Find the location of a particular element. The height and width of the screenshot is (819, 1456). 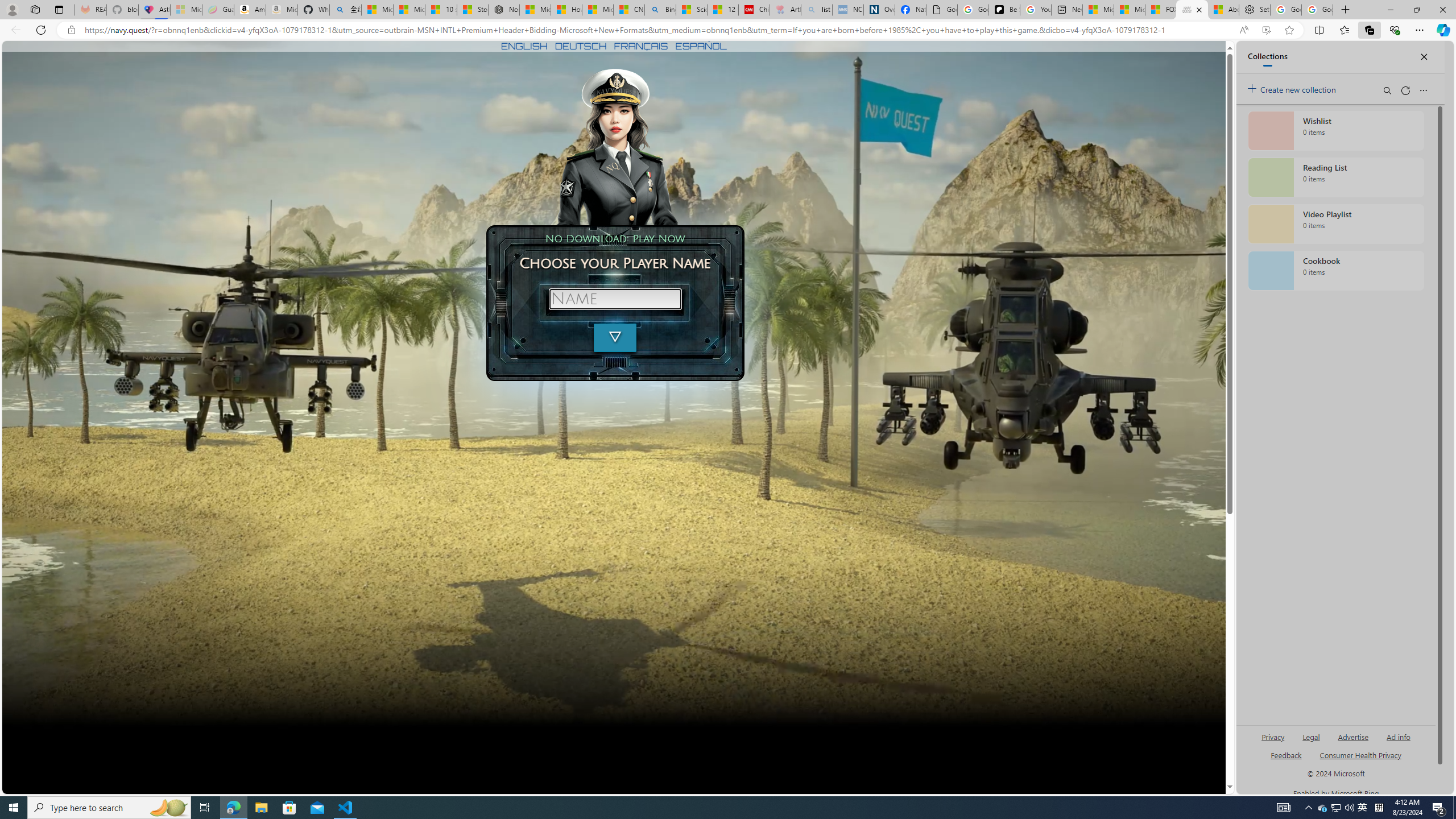

'Arthritis: Ask Health Professionals - Sleeping' is located at coordinates (785, 9).